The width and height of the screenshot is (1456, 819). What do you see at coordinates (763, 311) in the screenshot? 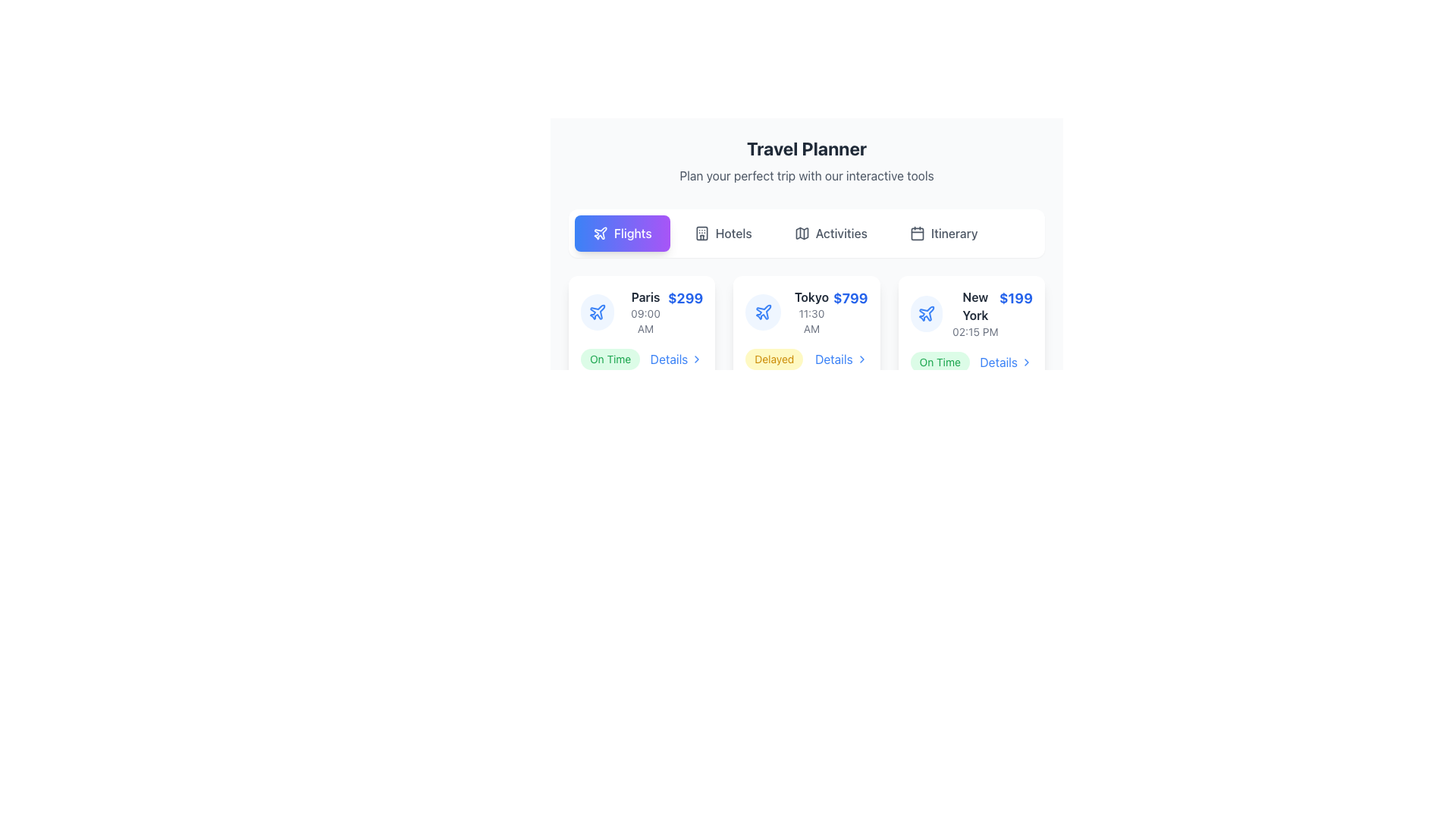
I see `the blue airplane icon, which is a minimalist geometric outline of an aircraft located in the left-most card of the flight options row, directly below the 'Flights' section in the upper navigation bar` at bounding box center [763, 311].